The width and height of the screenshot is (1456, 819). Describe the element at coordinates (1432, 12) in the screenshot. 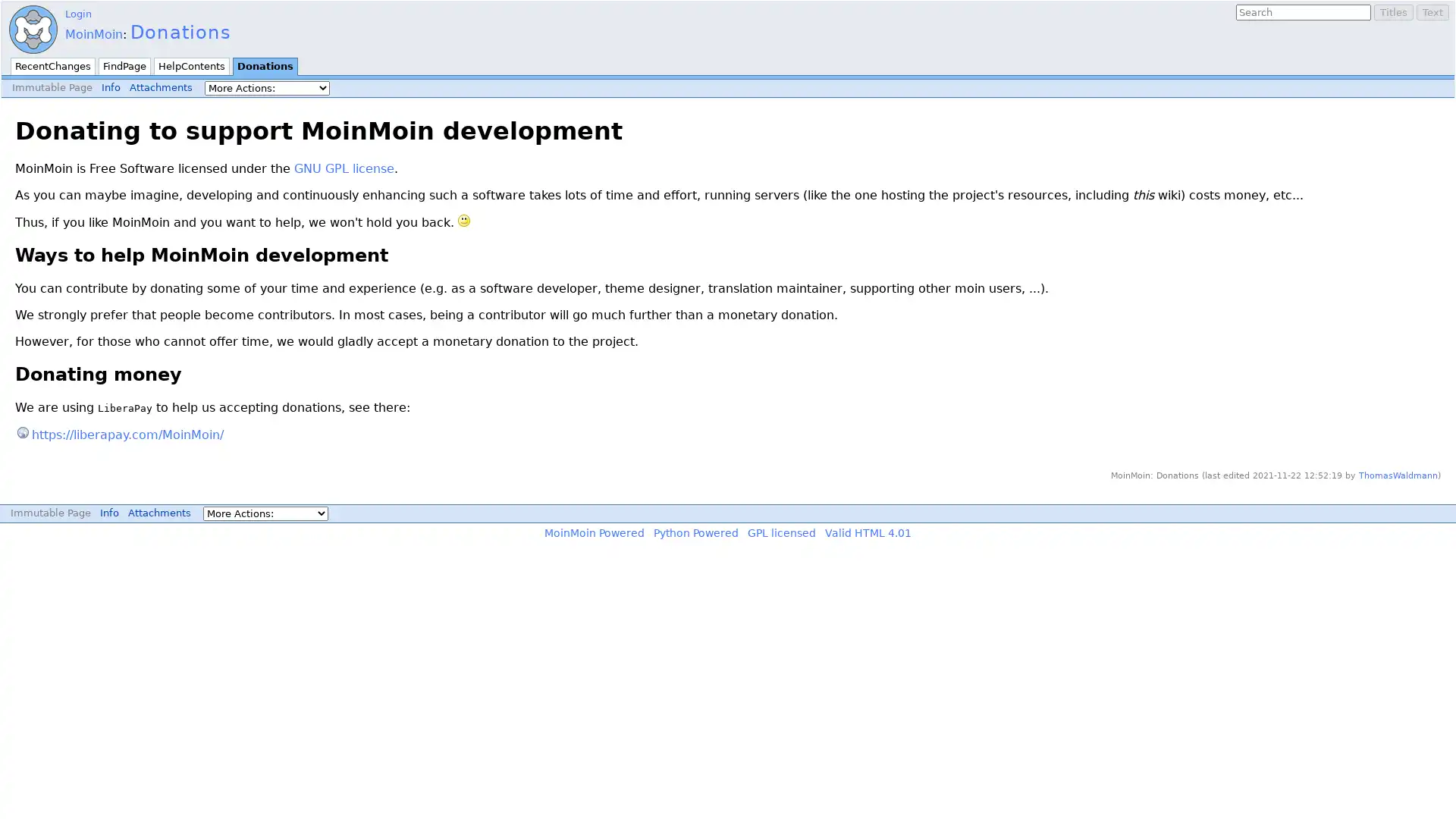

I see `Text` at that location.